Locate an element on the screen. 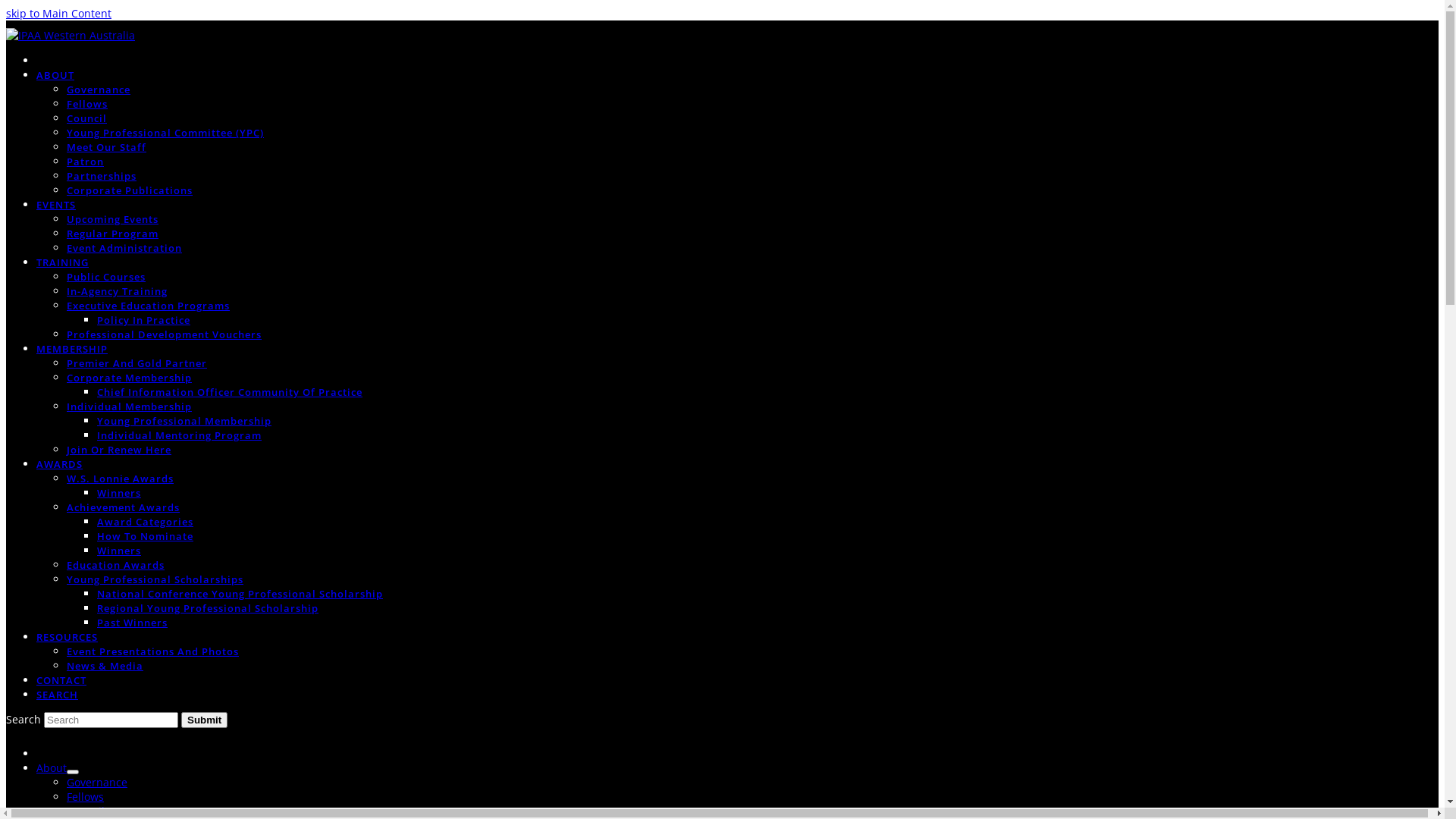 The image size is (1456, 819). 'Regular Program' is located at coordinates (65, 233).